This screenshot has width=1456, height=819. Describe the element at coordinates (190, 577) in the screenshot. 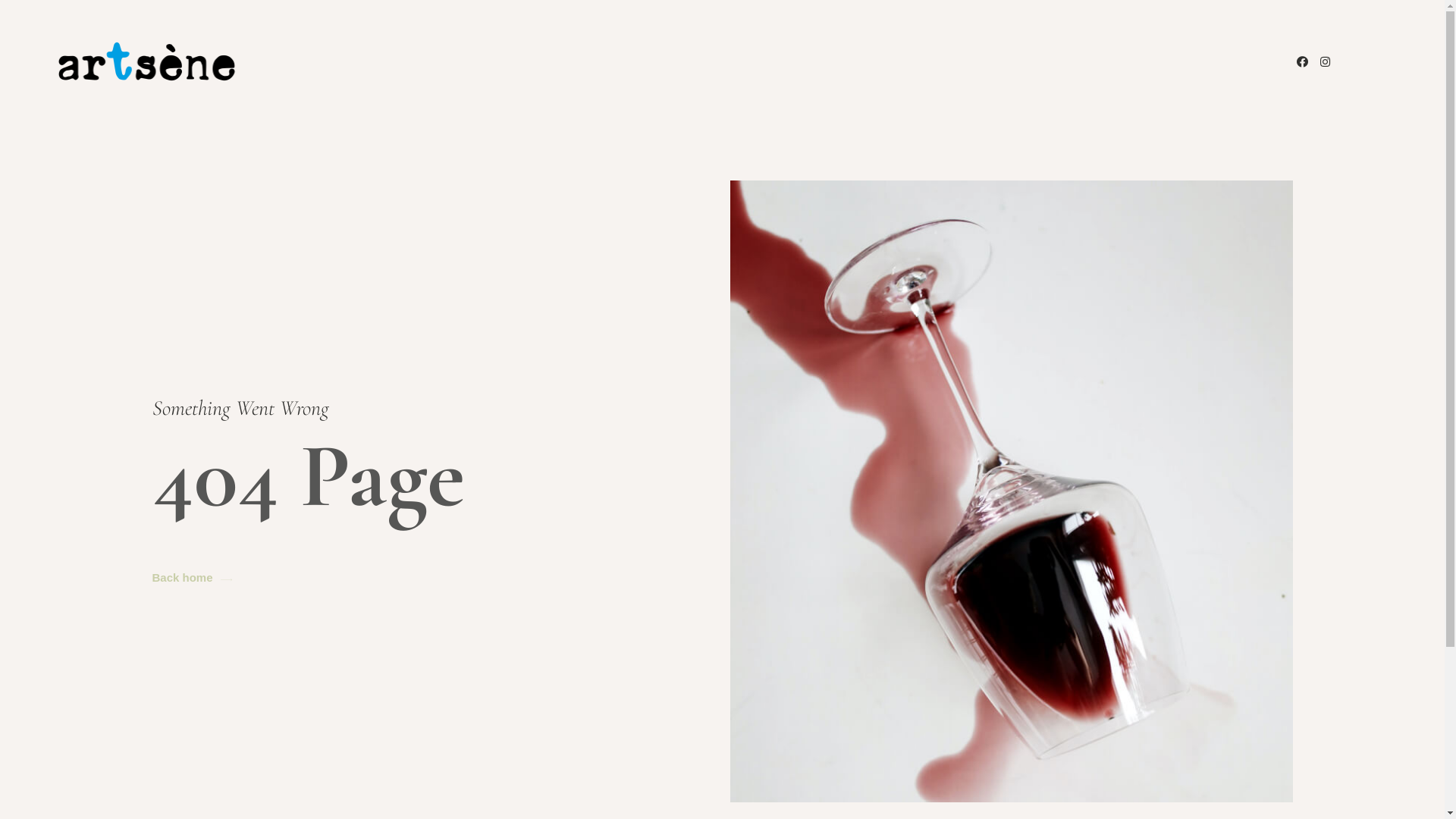

I see `'Back home'` at that location.